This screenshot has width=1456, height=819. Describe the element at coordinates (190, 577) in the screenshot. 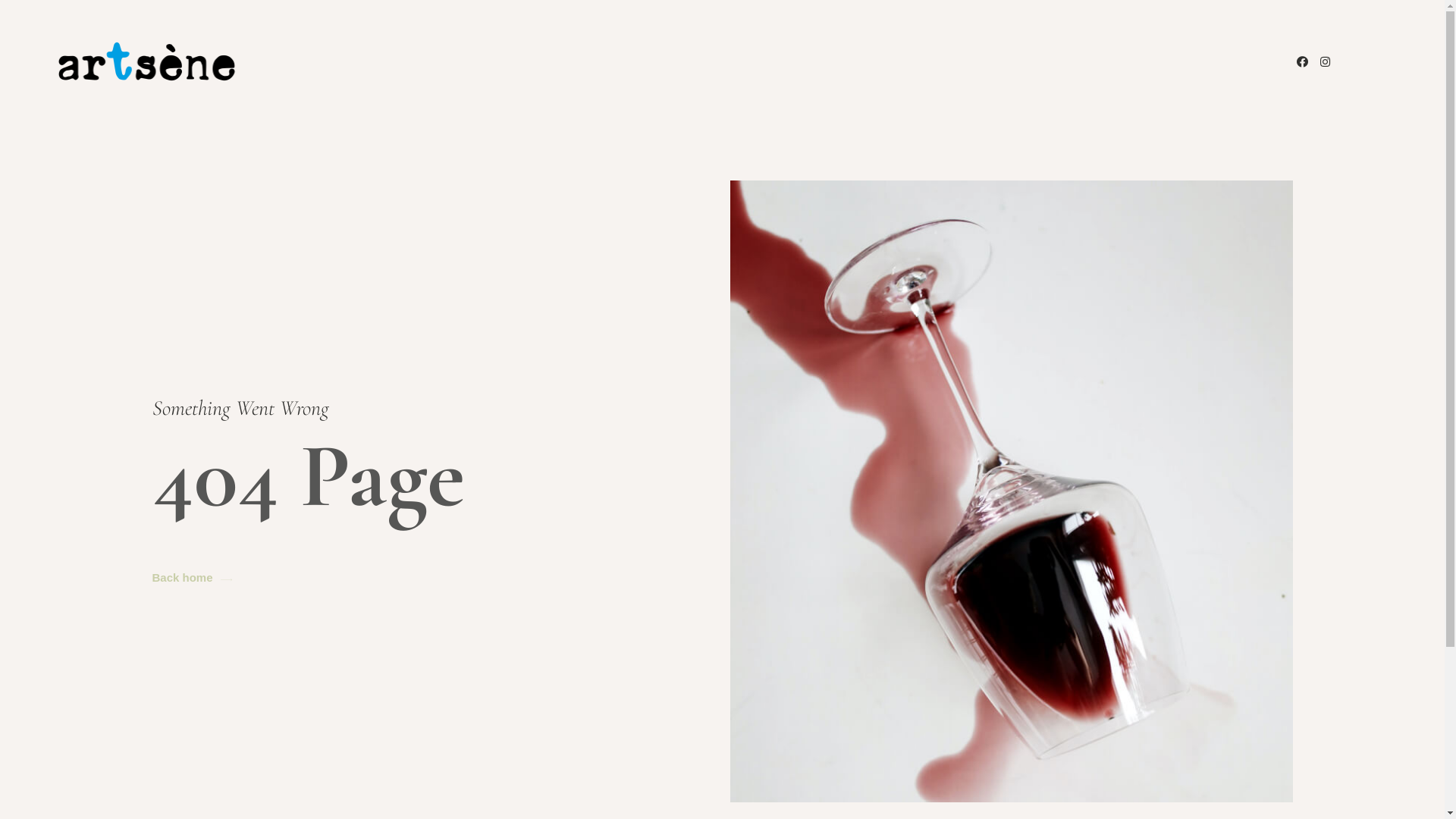

I see `'Back home'` at that location.